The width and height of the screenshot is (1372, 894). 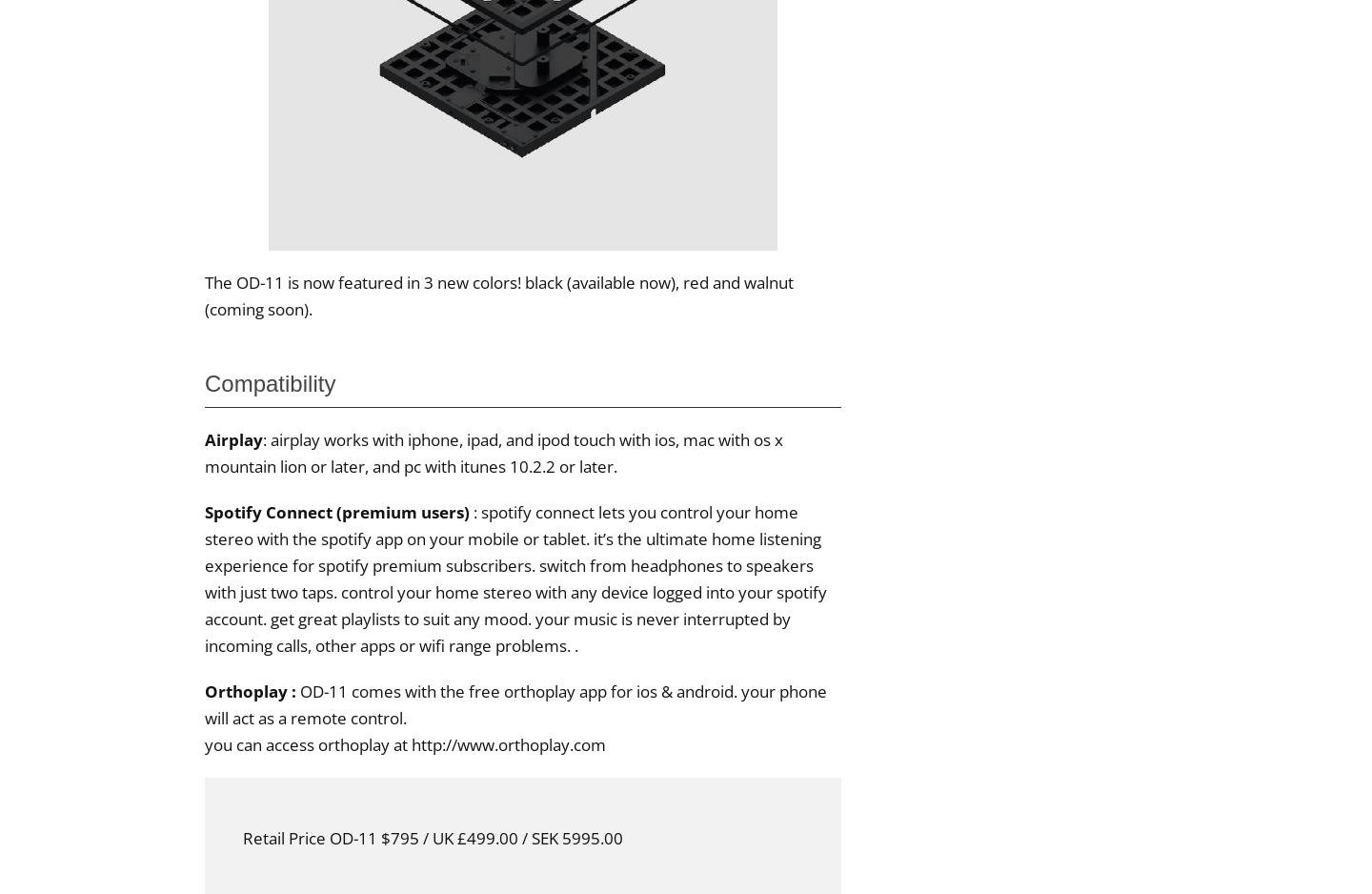 What do you see at coordinates (269, 381) in the screenshot?
I see `'Compatibility'` at bounding box center [269, 381].